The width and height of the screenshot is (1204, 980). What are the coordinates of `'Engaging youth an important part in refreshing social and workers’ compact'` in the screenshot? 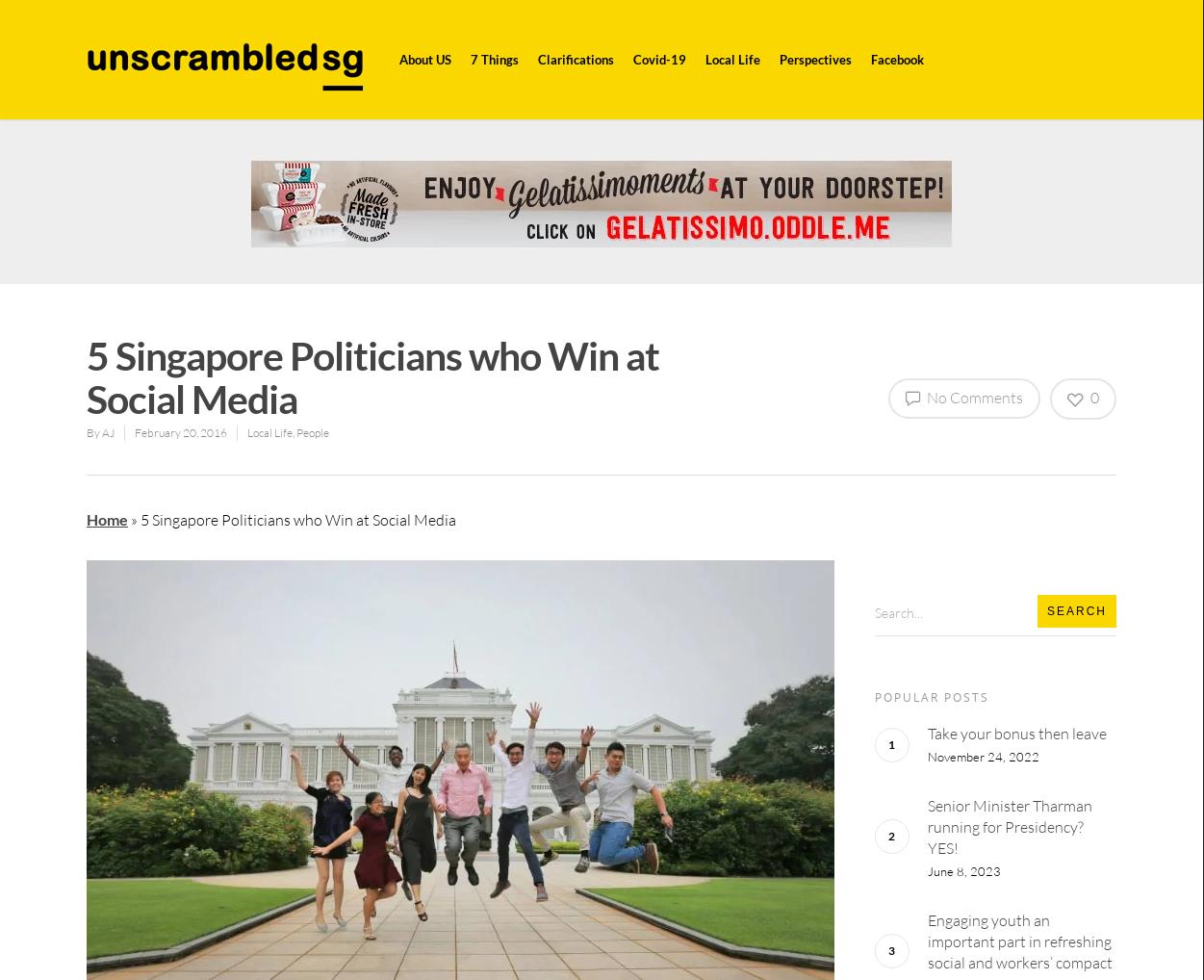 It's located at (1017, 941).